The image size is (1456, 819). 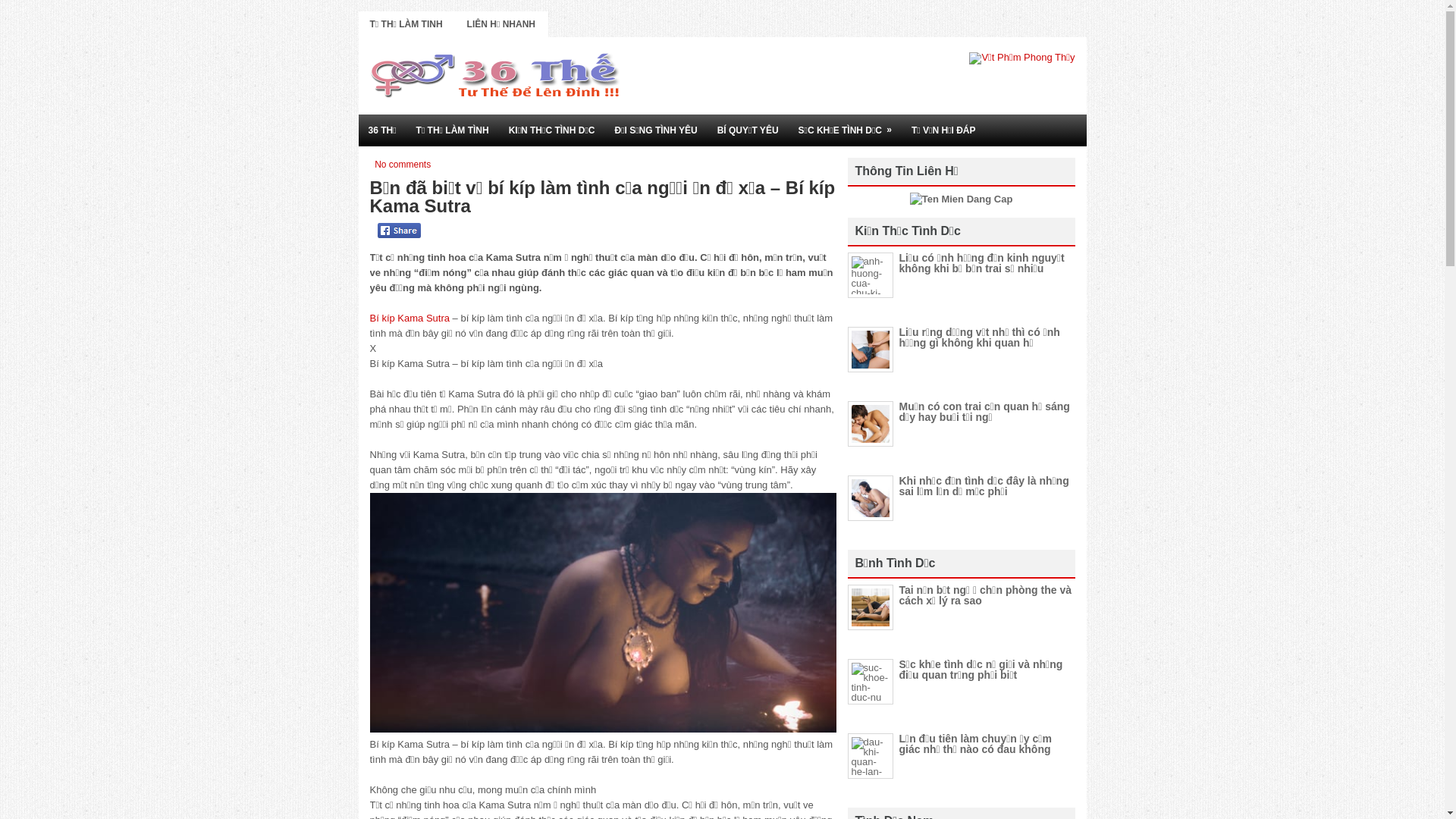 I want to click on 'No comments', so click(x=375, y=164).